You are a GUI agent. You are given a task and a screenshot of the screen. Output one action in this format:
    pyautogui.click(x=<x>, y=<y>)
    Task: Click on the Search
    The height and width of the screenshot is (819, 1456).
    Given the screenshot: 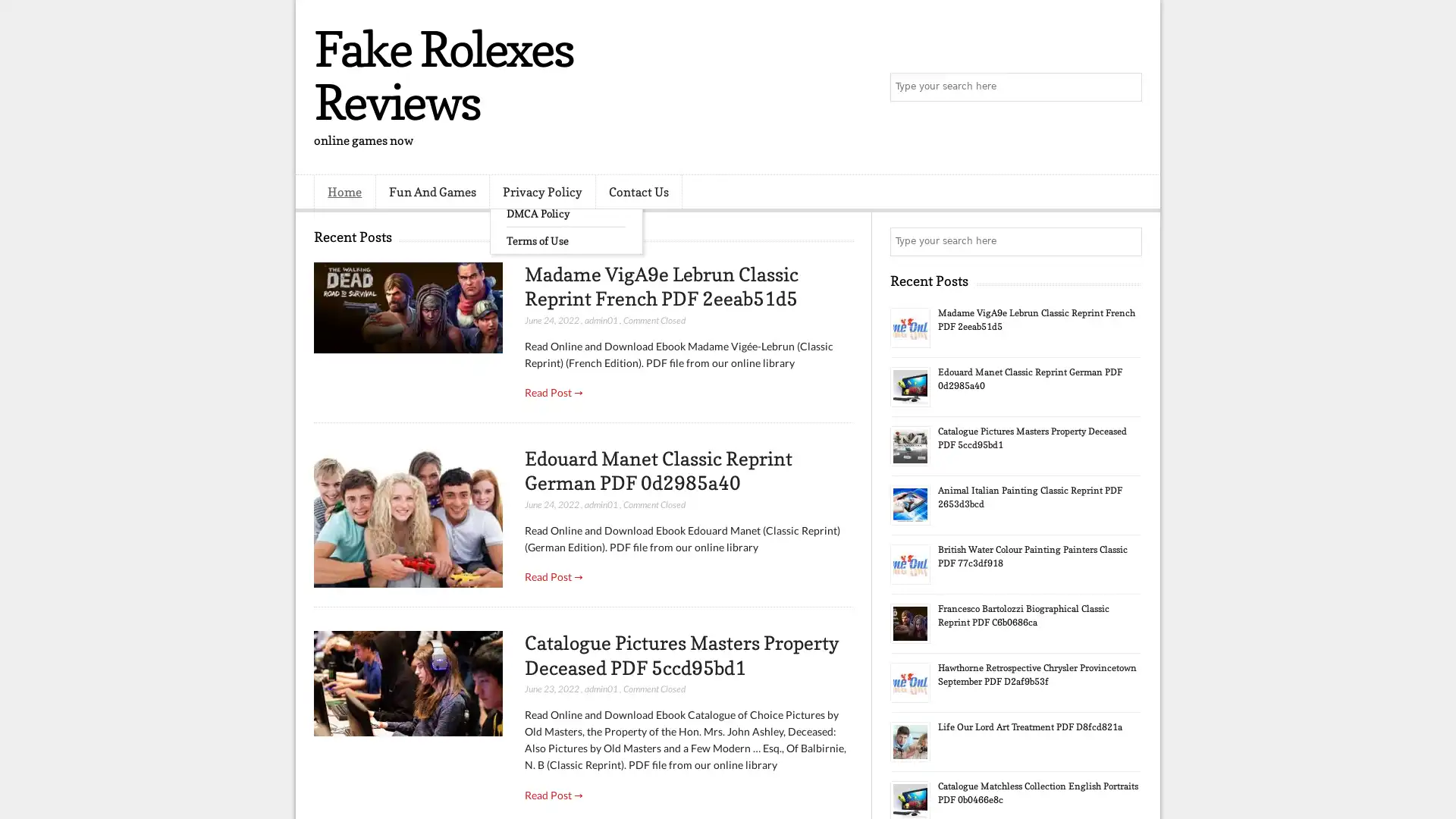 What is the action you would take?
    pyautogui.click(x=1126, y=241)
    